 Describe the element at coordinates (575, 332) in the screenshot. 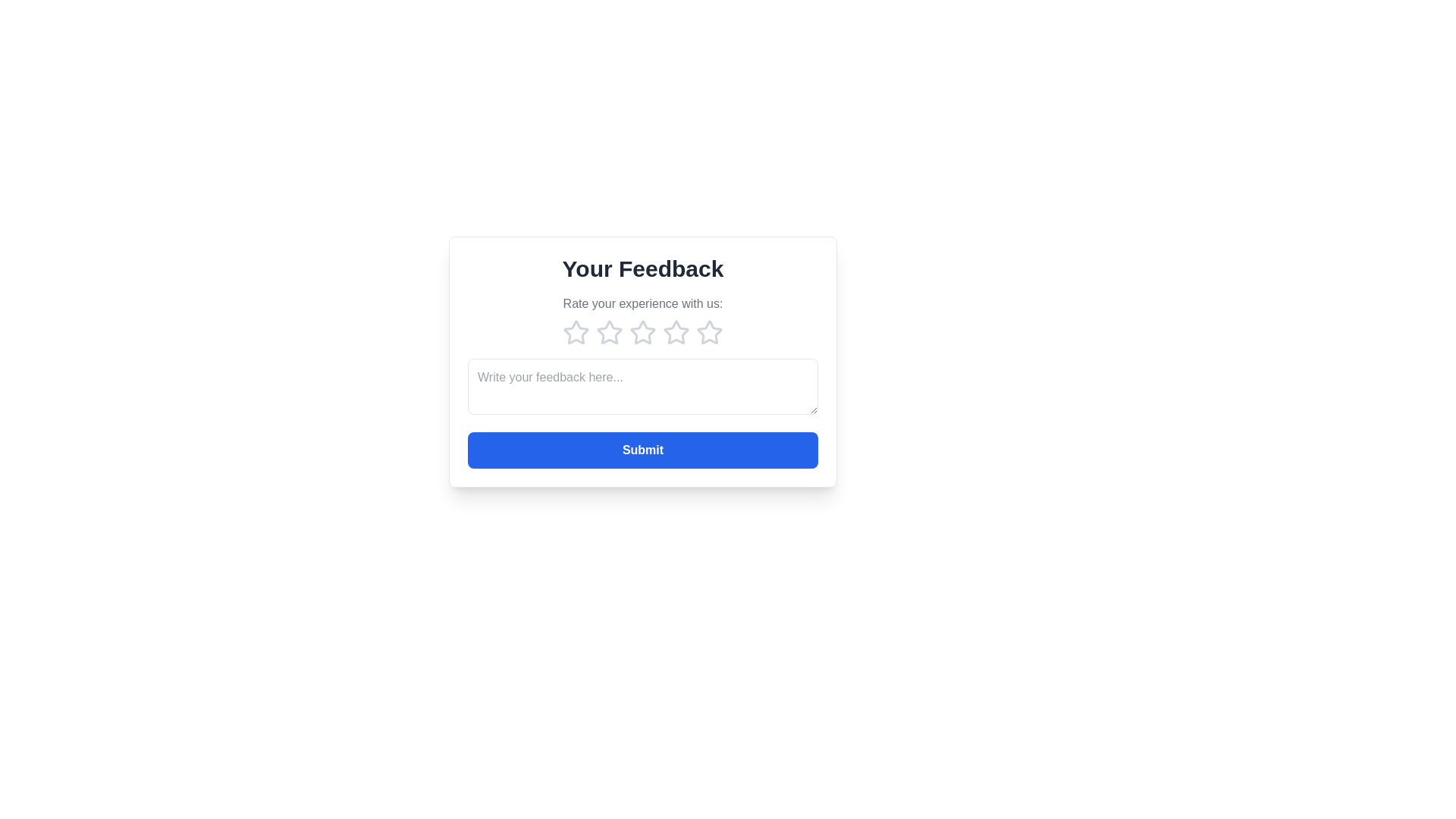

I see `the star corresponding to 1 to set the rating` at that location.